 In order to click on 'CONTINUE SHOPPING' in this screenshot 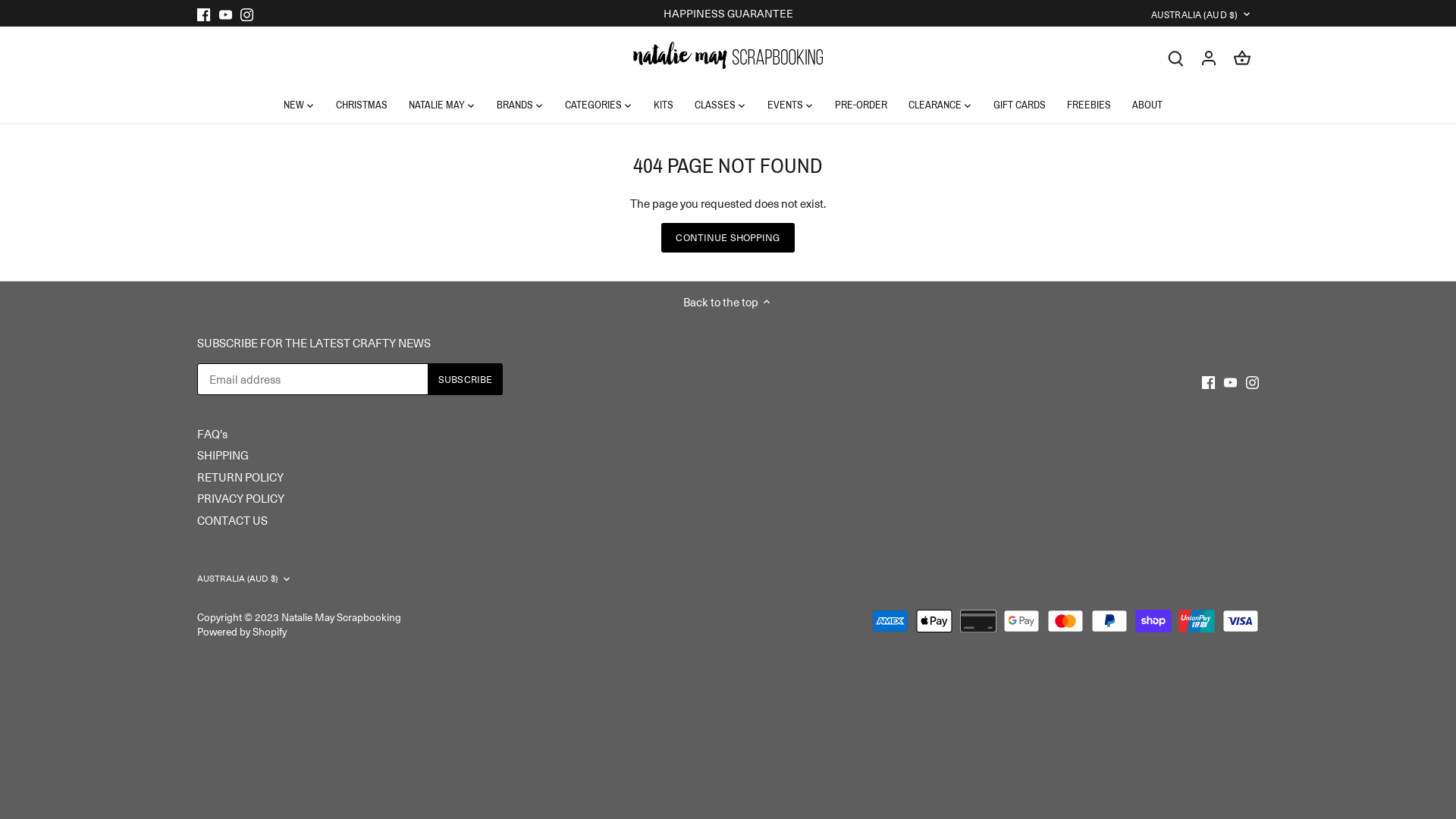, I will do `click(661, 237)`.